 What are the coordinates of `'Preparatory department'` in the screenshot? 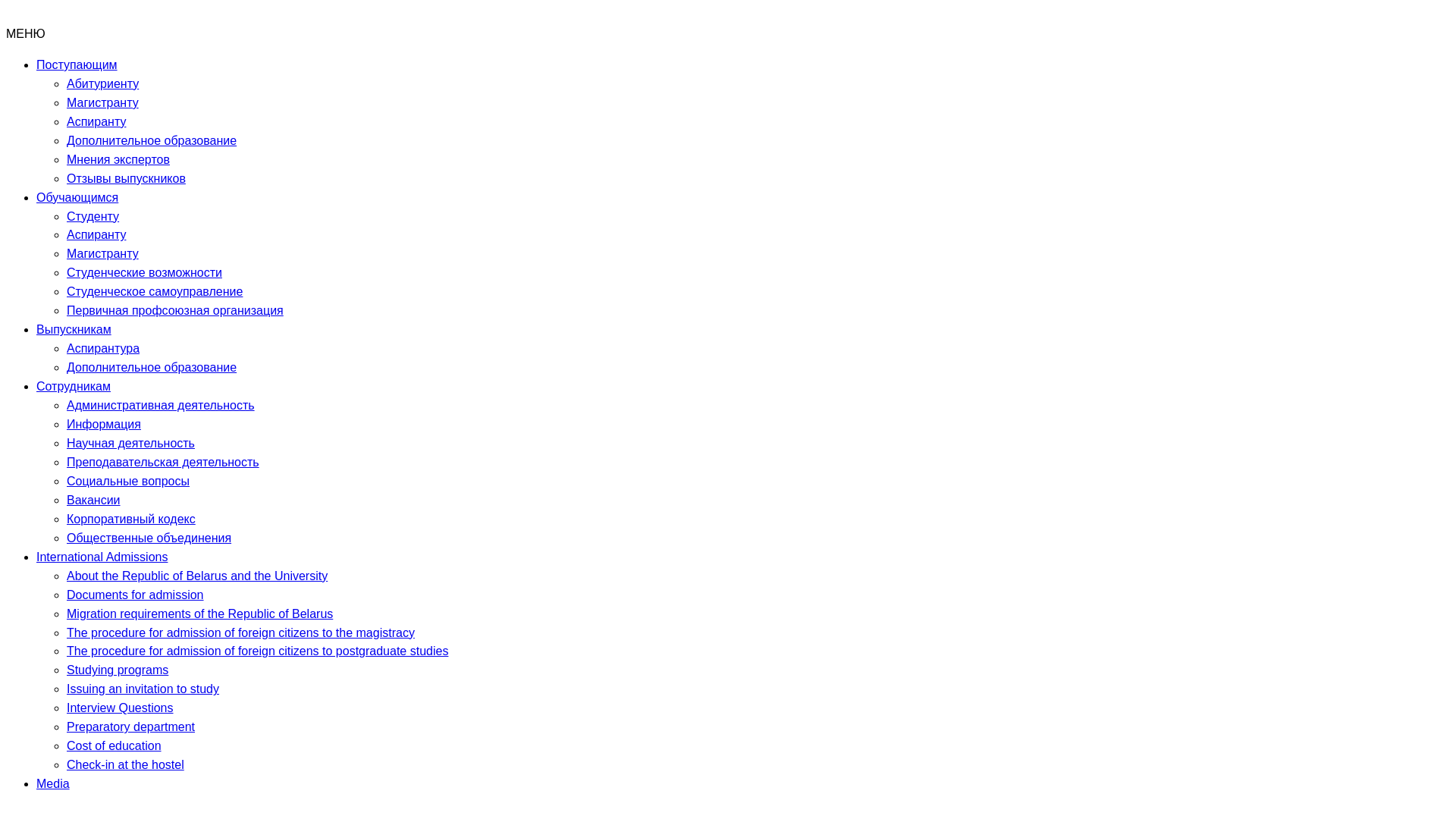 It's located at (130, 726).